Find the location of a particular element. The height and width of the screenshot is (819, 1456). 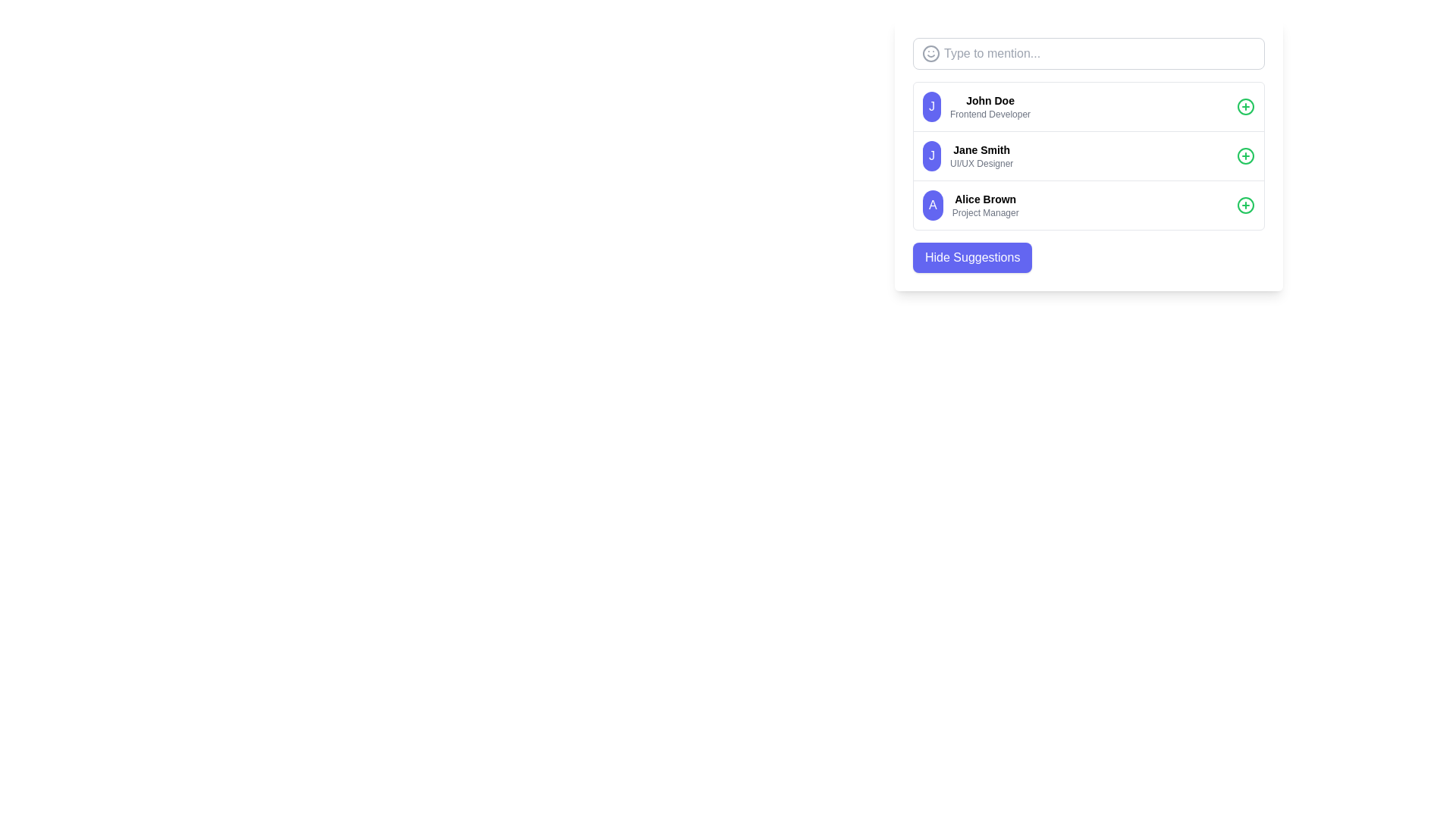

the second item in the mention suggestion list is located at coordinates (1087, 155).